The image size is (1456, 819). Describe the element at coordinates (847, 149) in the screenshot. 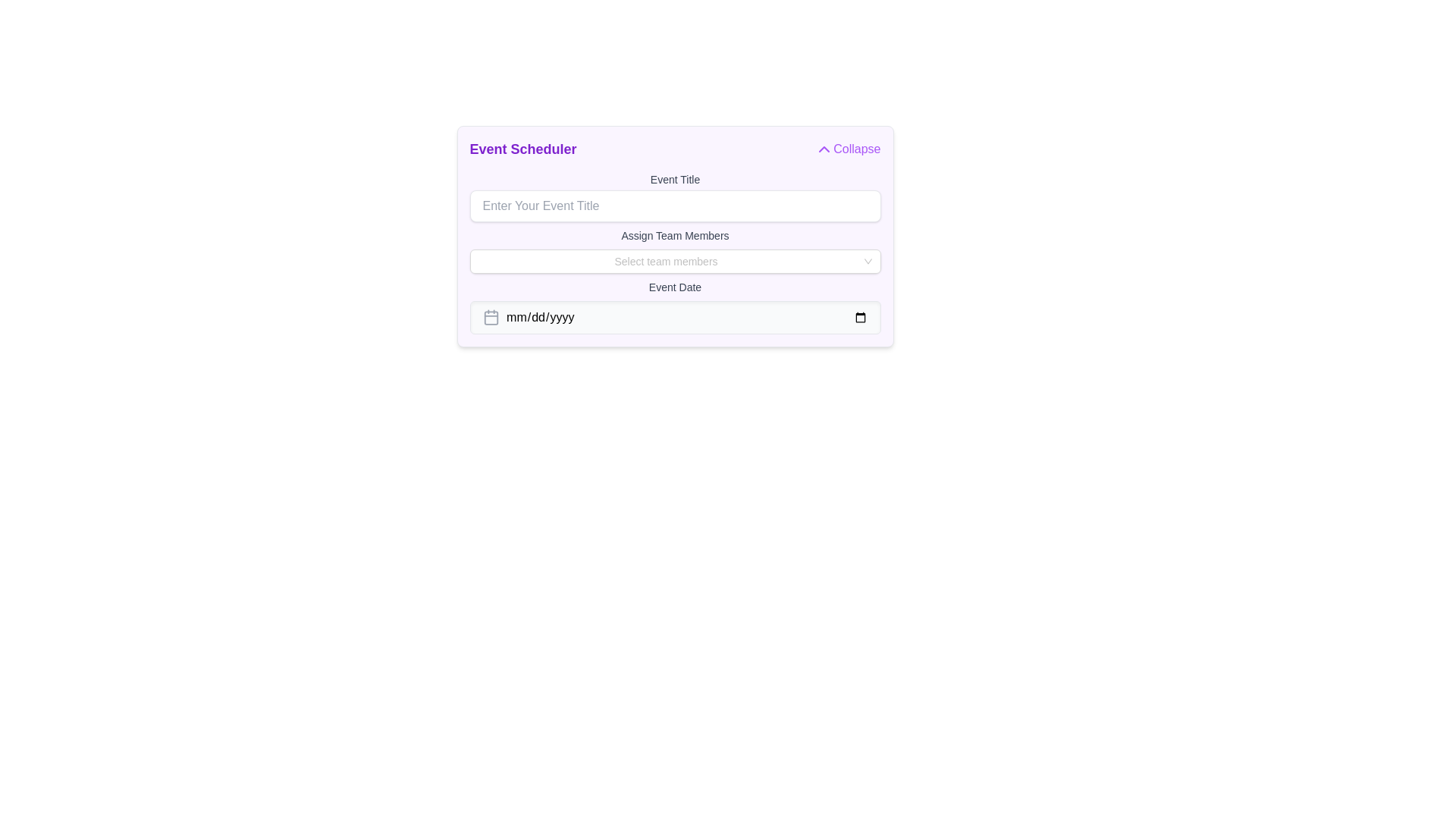

I see `the 'Collapse' button with a purple text and an upward-pointing chevron icon located in the top-right corner of the 'Event Scheduler' section` at that location.